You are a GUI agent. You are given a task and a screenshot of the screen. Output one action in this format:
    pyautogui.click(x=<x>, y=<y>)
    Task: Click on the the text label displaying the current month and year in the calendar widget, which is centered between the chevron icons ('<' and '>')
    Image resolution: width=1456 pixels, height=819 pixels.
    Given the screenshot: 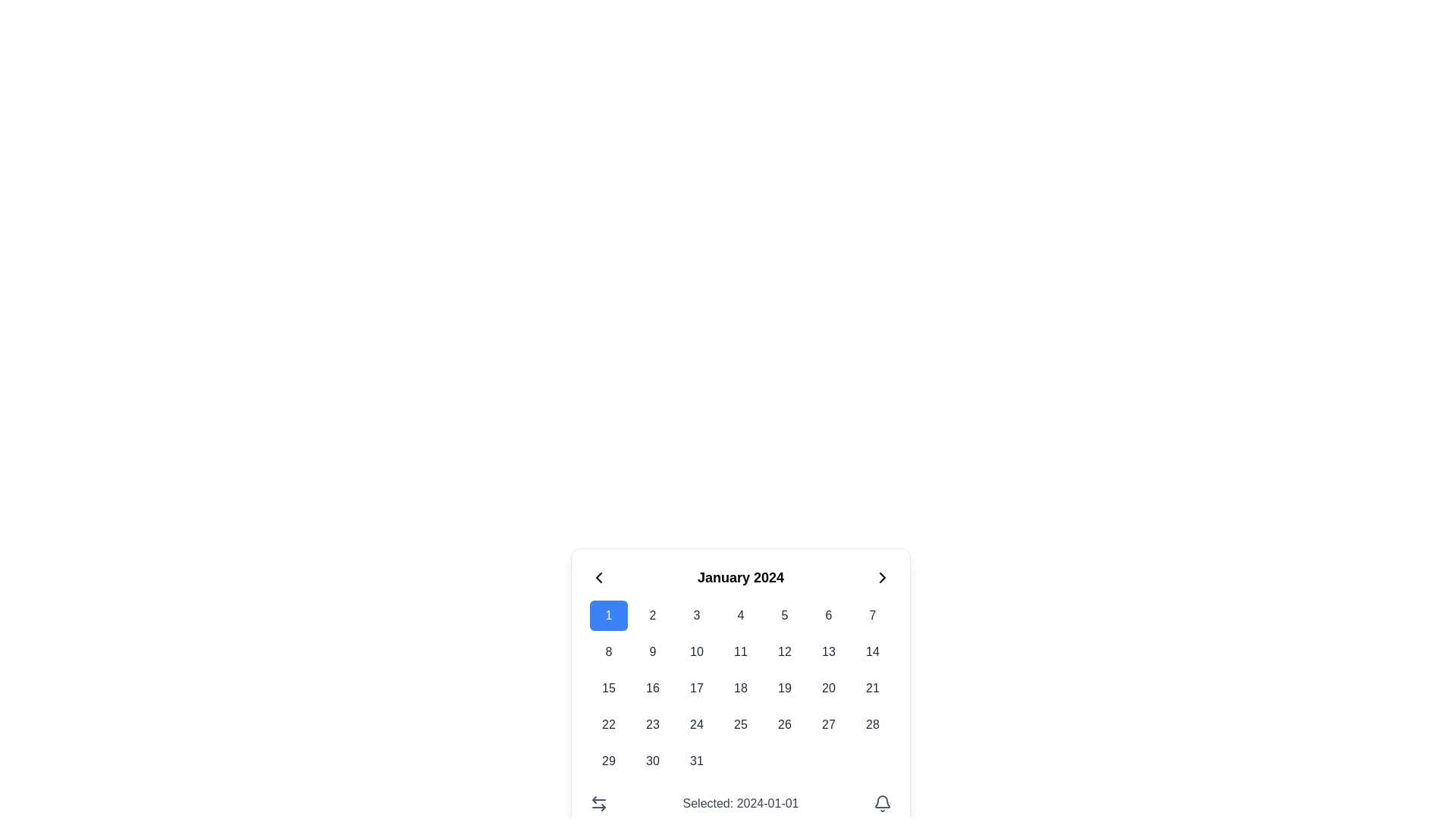 What is the action you would take?
    pyautogui.click(x=741, y=578)
    